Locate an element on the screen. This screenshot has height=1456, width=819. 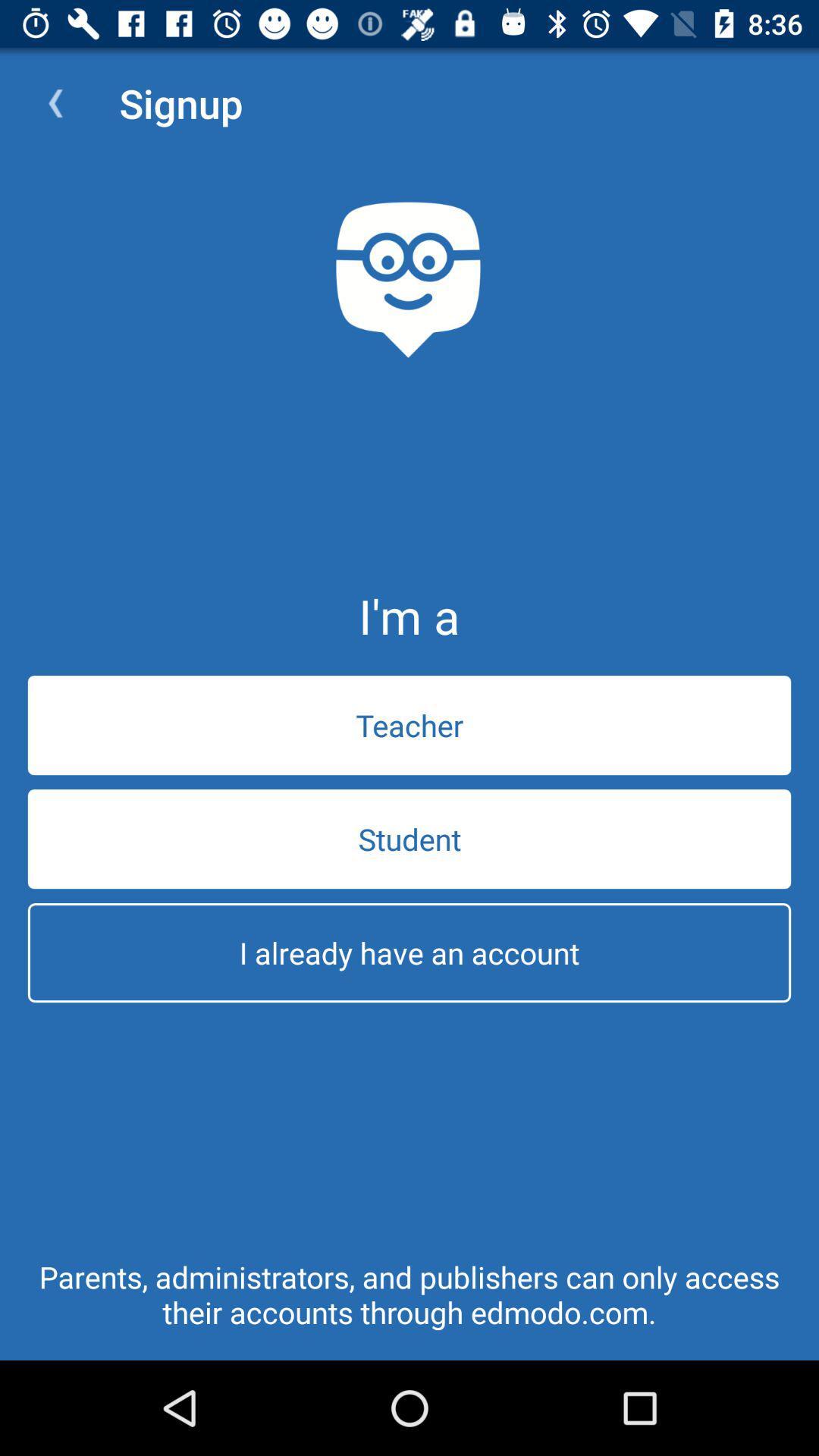
icon above teacher is located at coordinates (55, 102).